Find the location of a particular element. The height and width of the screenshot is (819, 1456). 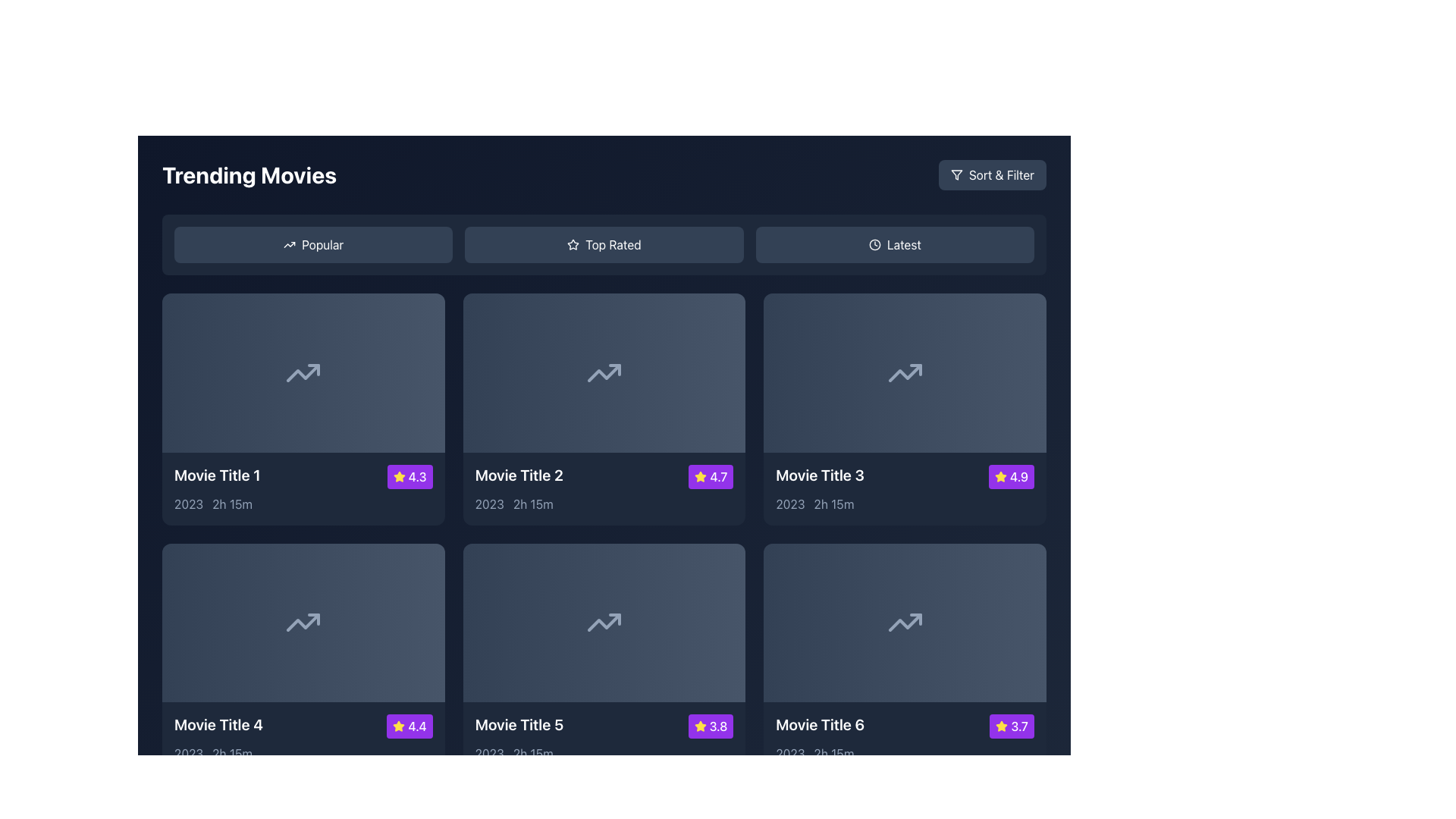

informational text label displaying the release year '2023' and runtime '2h 15m' for 'Movie Title 6', located in the lower section of the movie card is located at coordinates (905, 754).